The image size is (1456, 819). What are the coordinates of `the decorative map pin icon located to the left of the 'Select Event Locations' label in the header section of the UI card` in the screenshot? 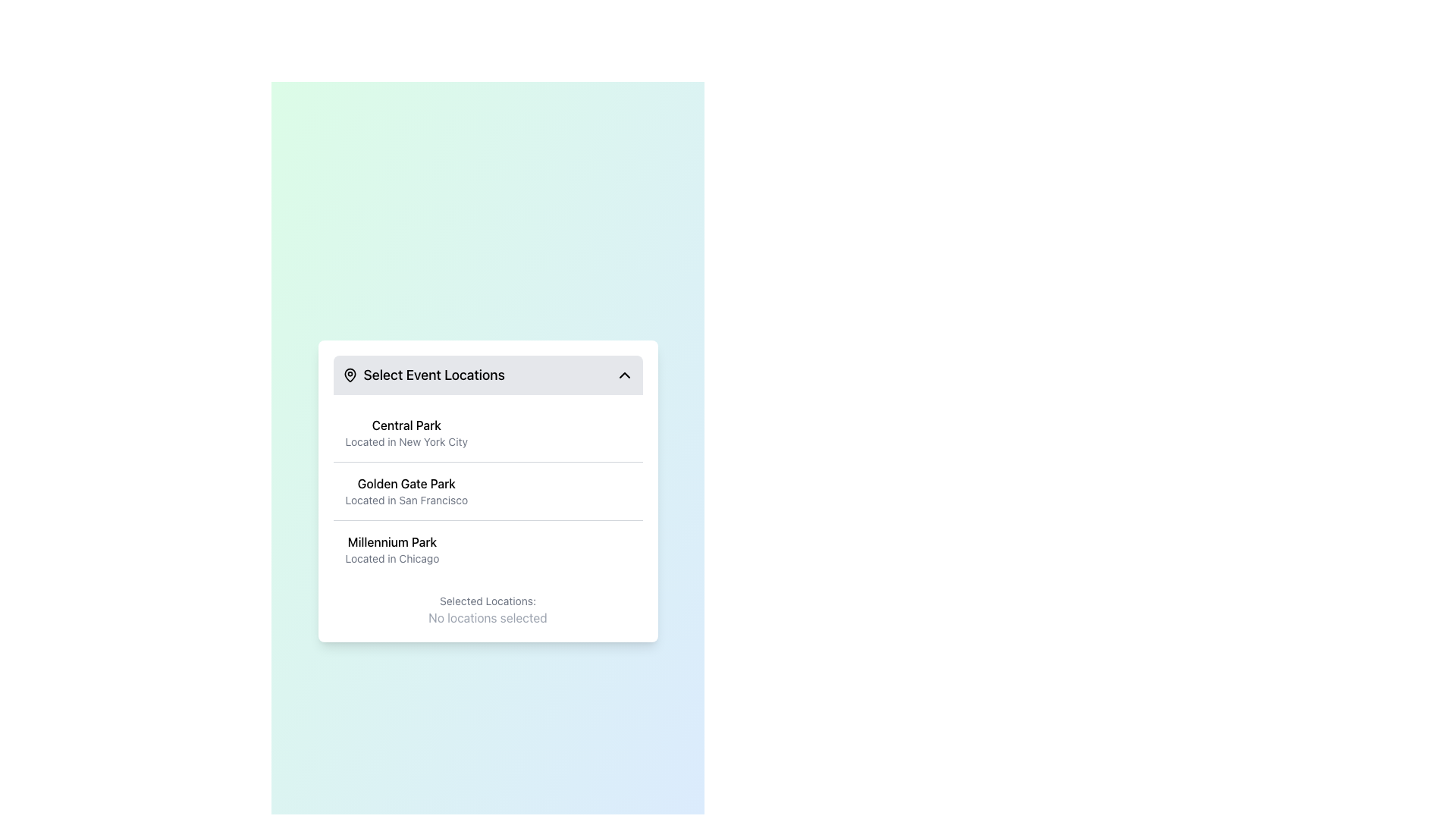 It's located at (349, 375).